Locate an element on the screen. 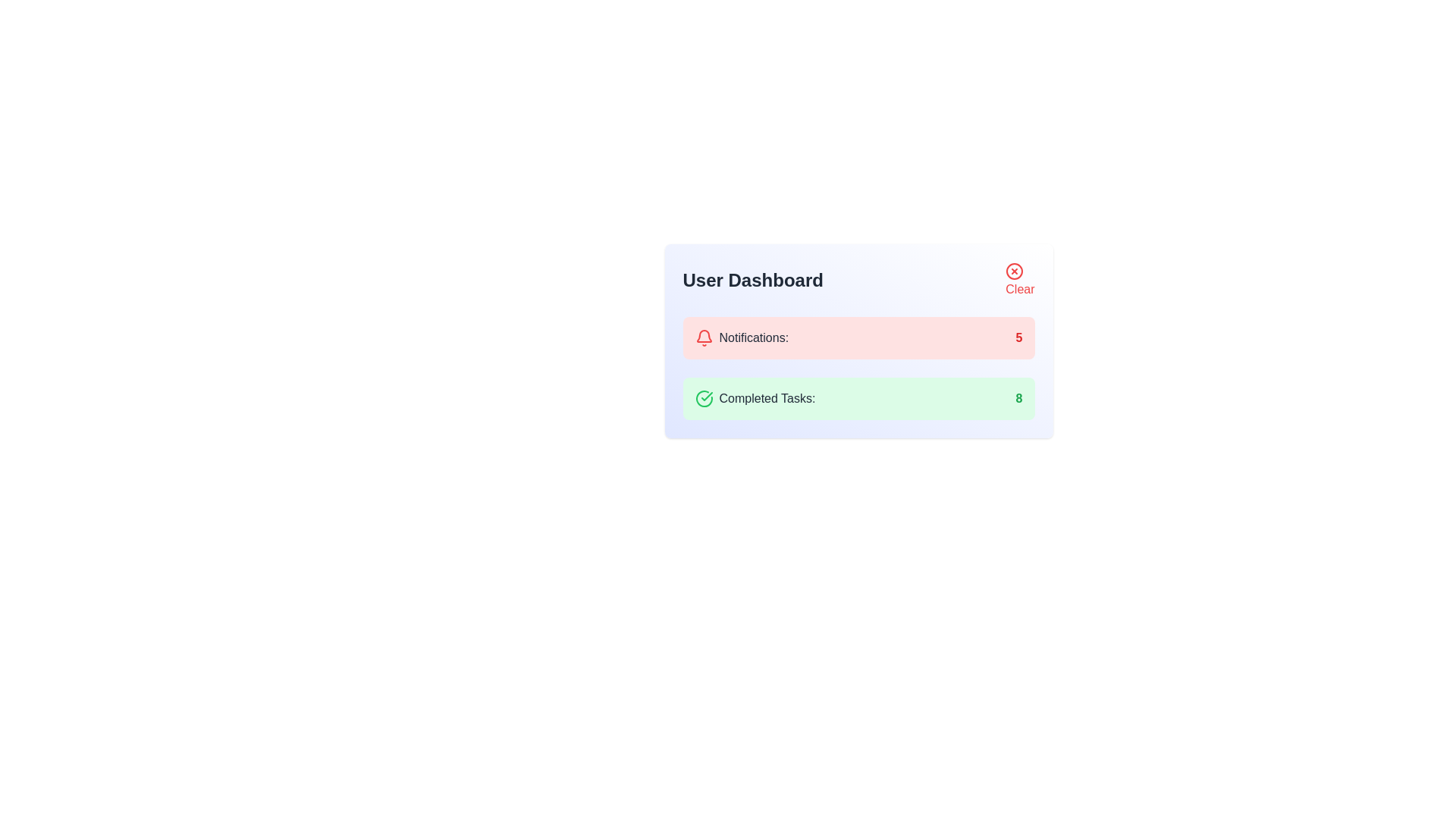 The height and width of the screenshot is (819, 1456). attributes or styles of the circular arc element representing a checked task within the green circle icon in the 'Completed Tasks' section of the user dashboard is located at coordinates (703, 397).